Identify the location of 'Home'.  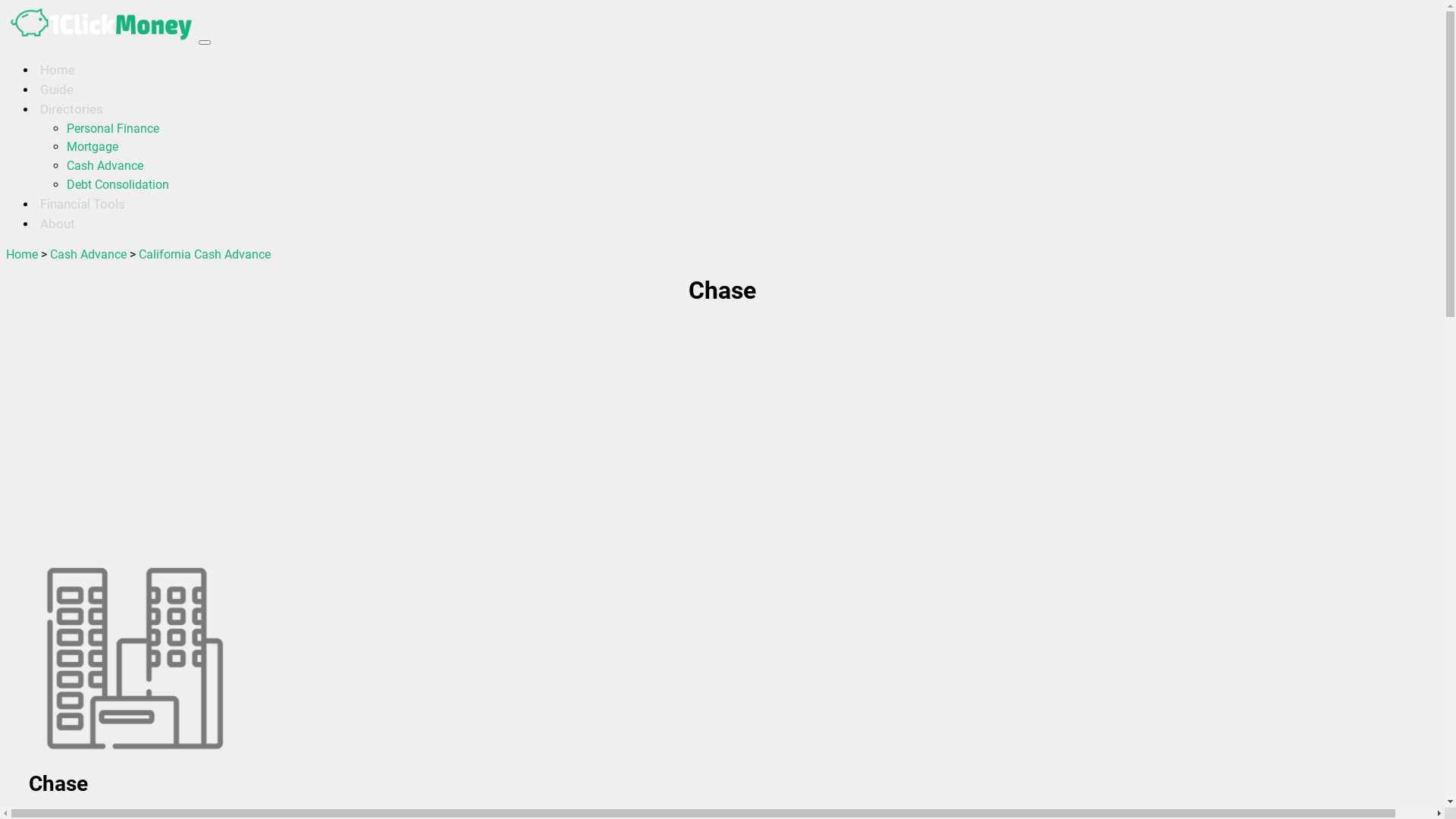
(58, 70).